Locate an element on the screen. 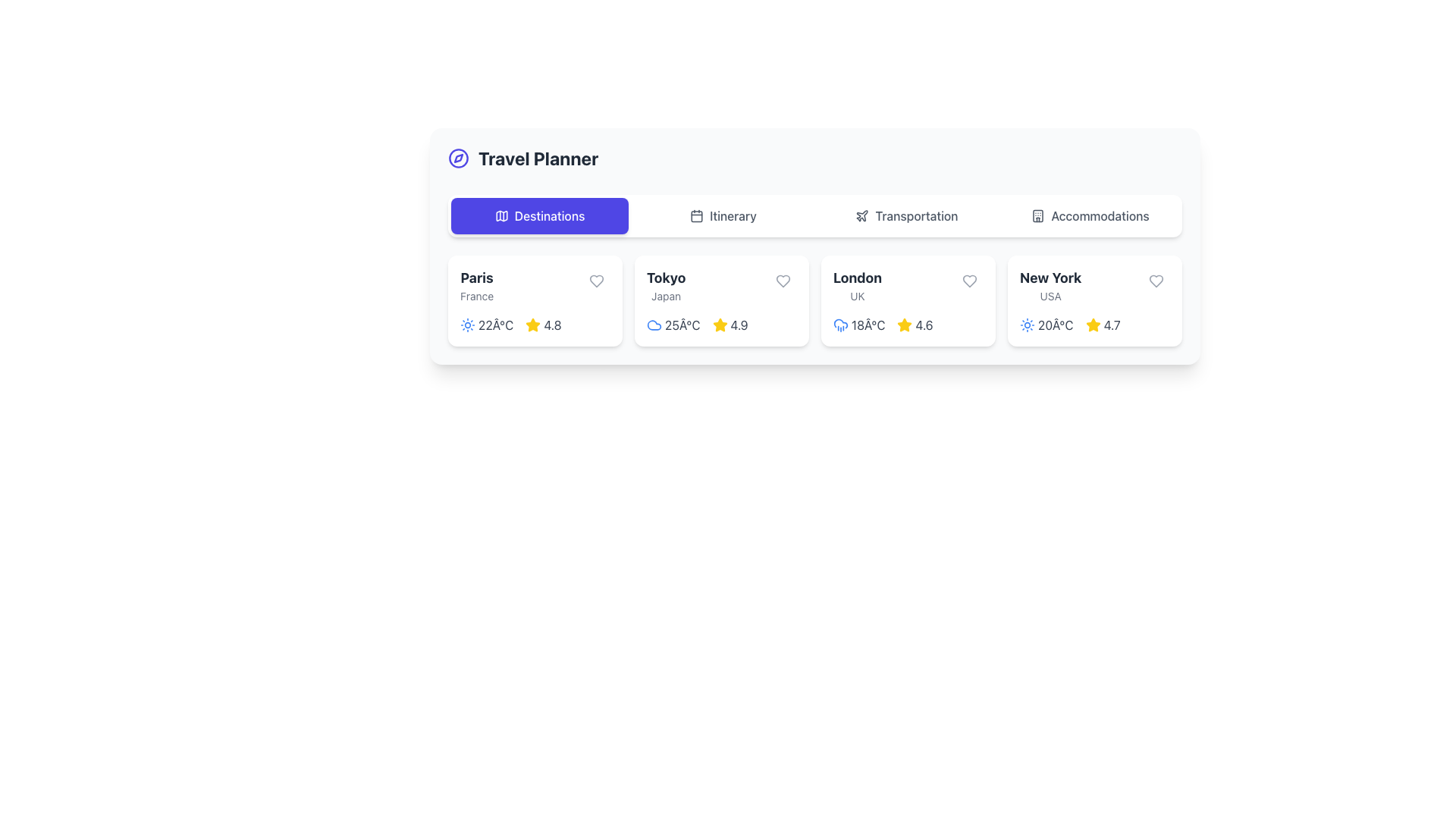  the circular blue sun icon located within the Paris card, positioned to the left of the temperature label ('22°C') is located at coordinates (467, 324).